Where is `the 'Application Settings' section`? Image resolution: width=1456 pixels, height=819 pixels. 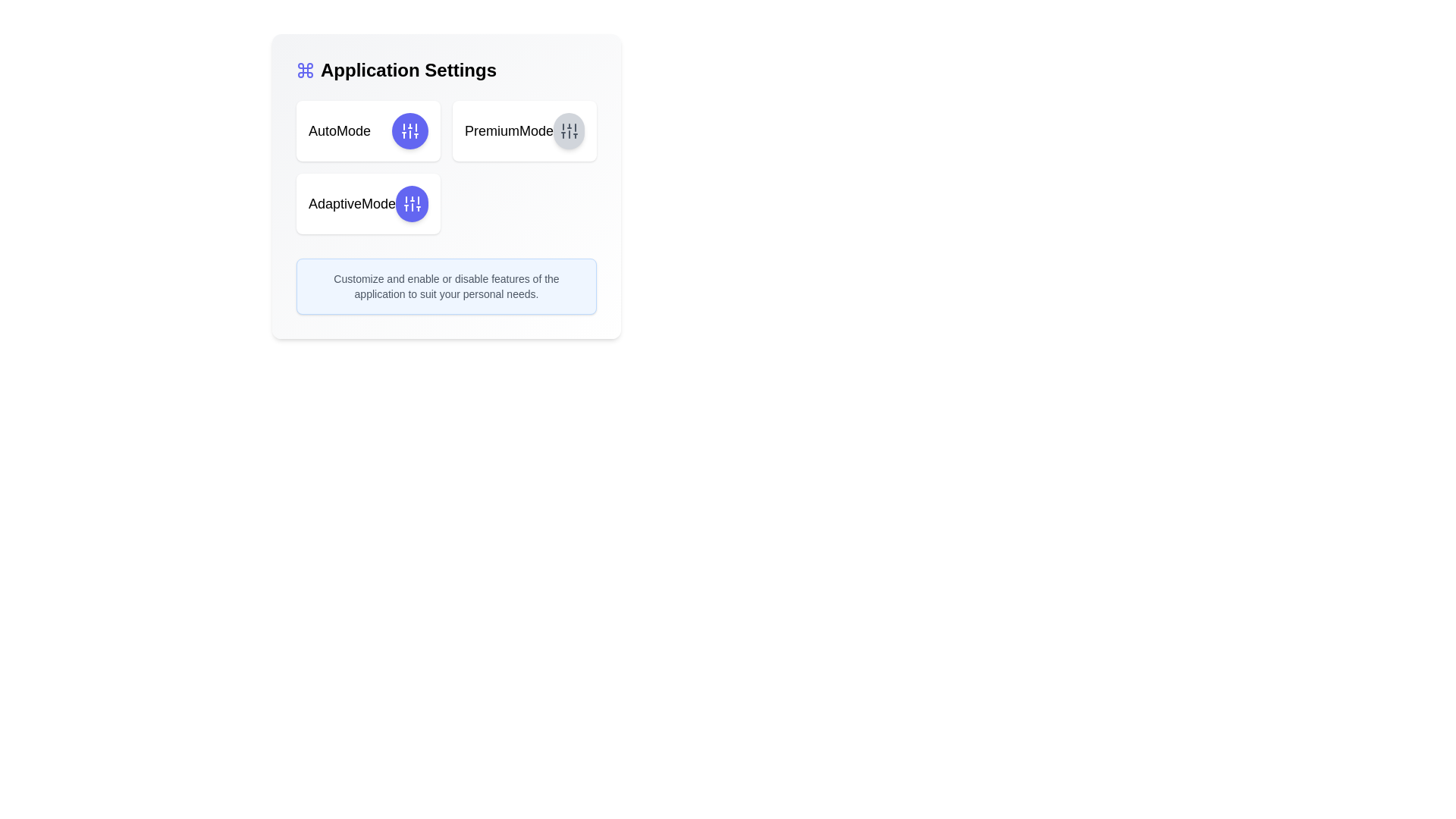 the 'Application Settings' section is located at coordinates (446, 70).